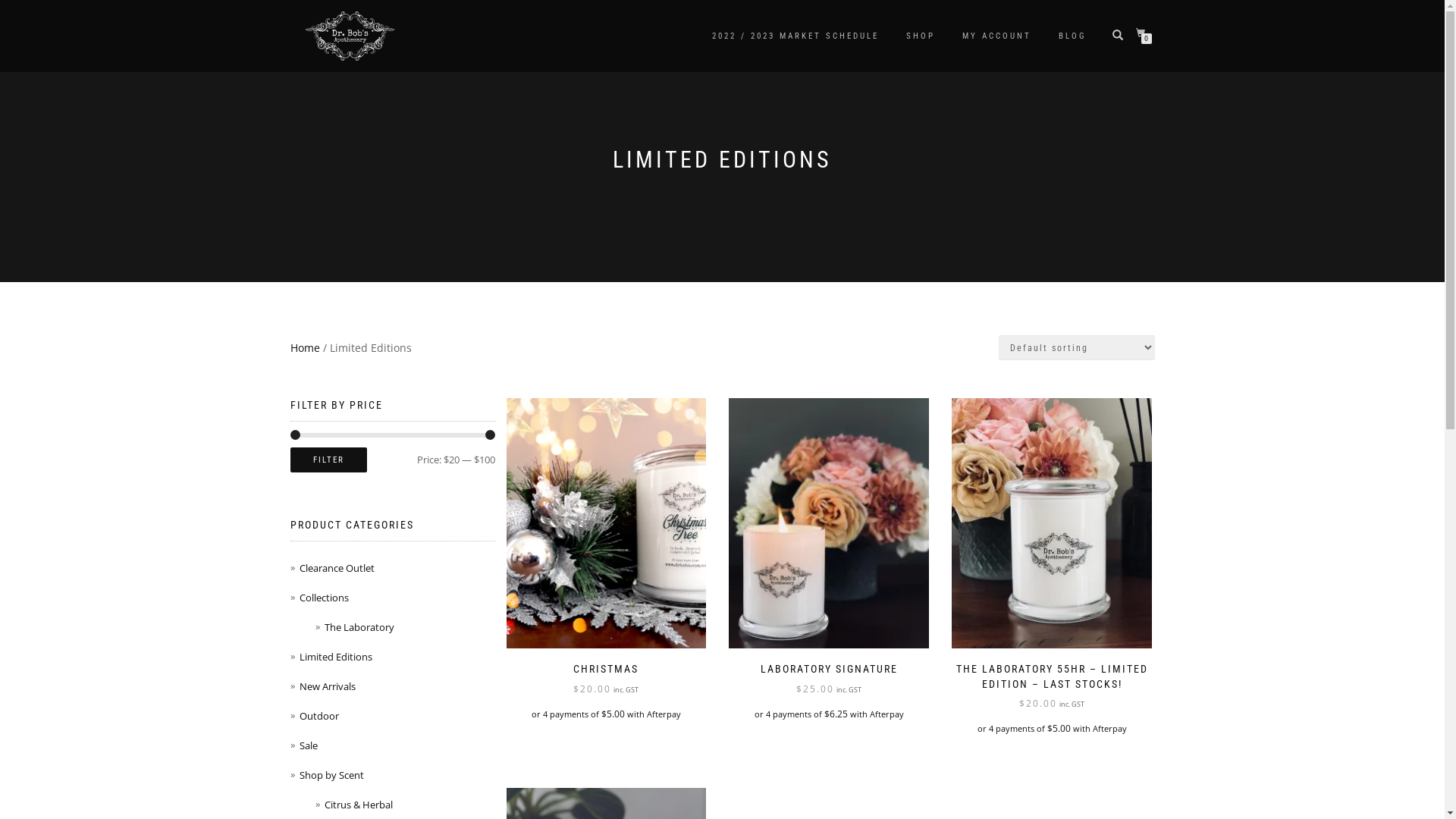  I want to click on 'The Laboratory', so click(323, 626).